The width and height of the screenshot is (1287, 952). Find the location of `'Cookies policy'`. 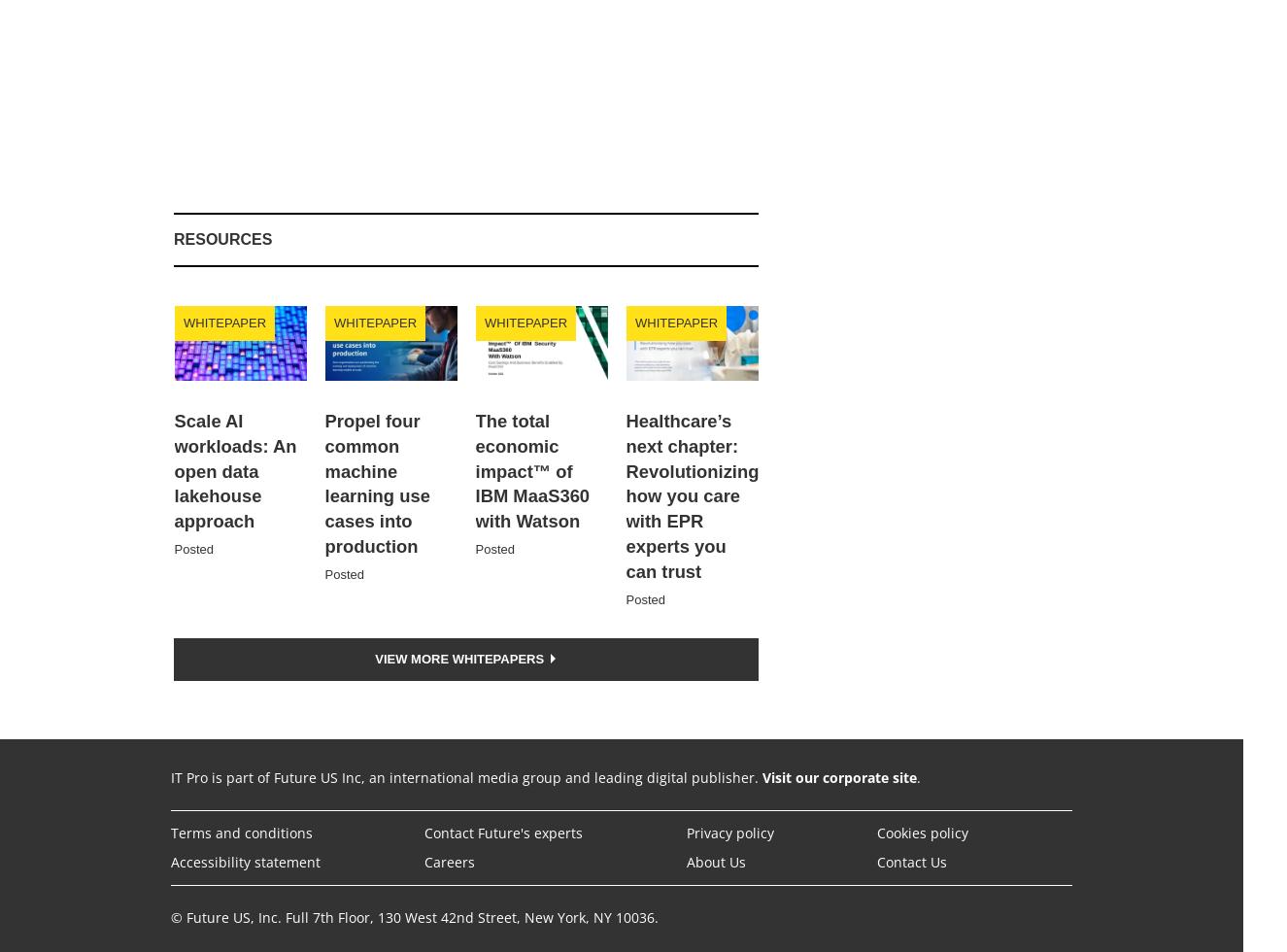

'Cookies policy' is located at coordinates (922, 832).